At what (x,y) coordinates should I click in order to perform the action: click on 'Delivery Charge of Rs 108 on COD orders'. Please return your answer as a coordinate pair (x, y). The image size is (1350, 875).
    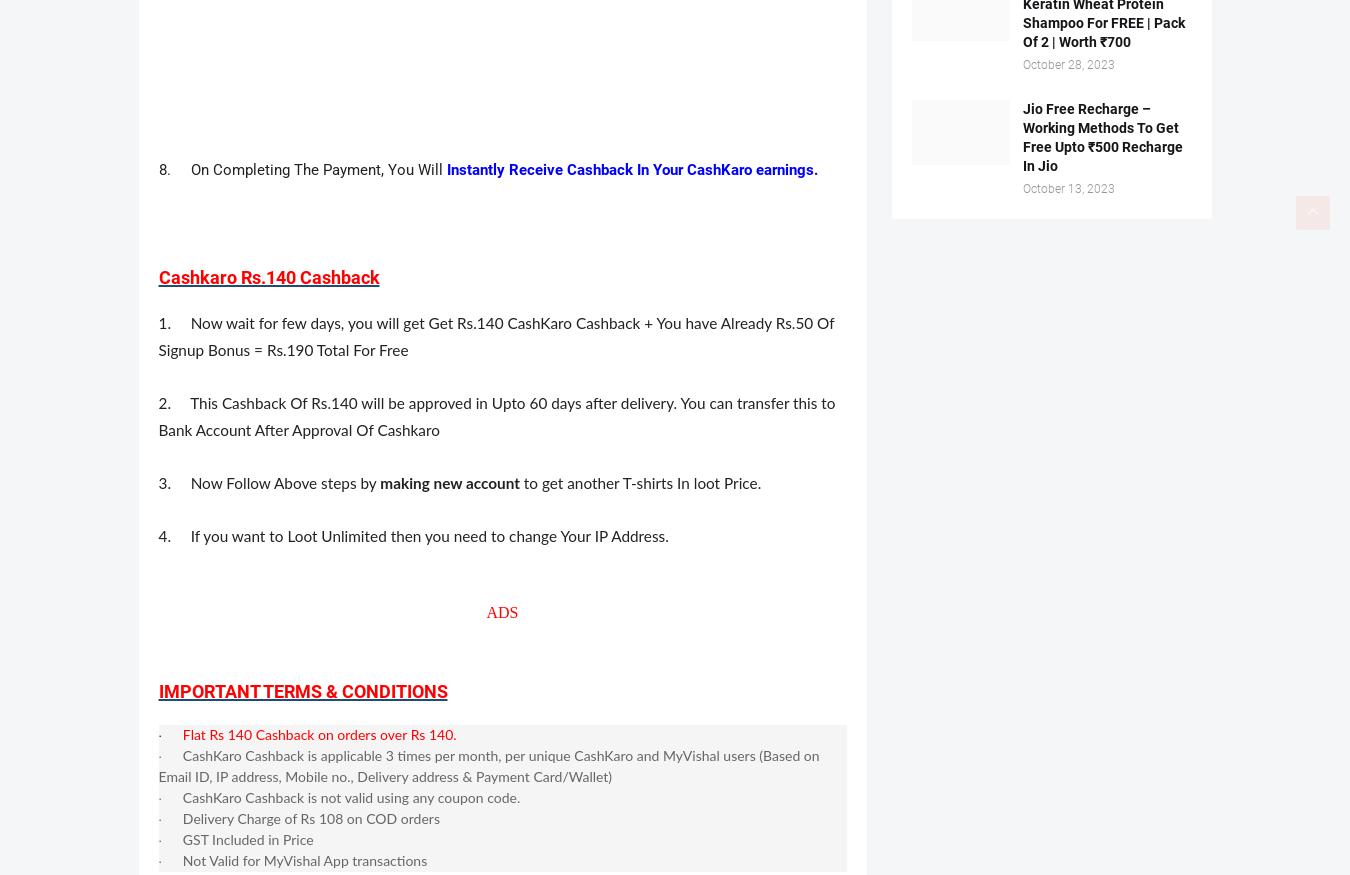
    Looking at the image, I should click on (181, 819).